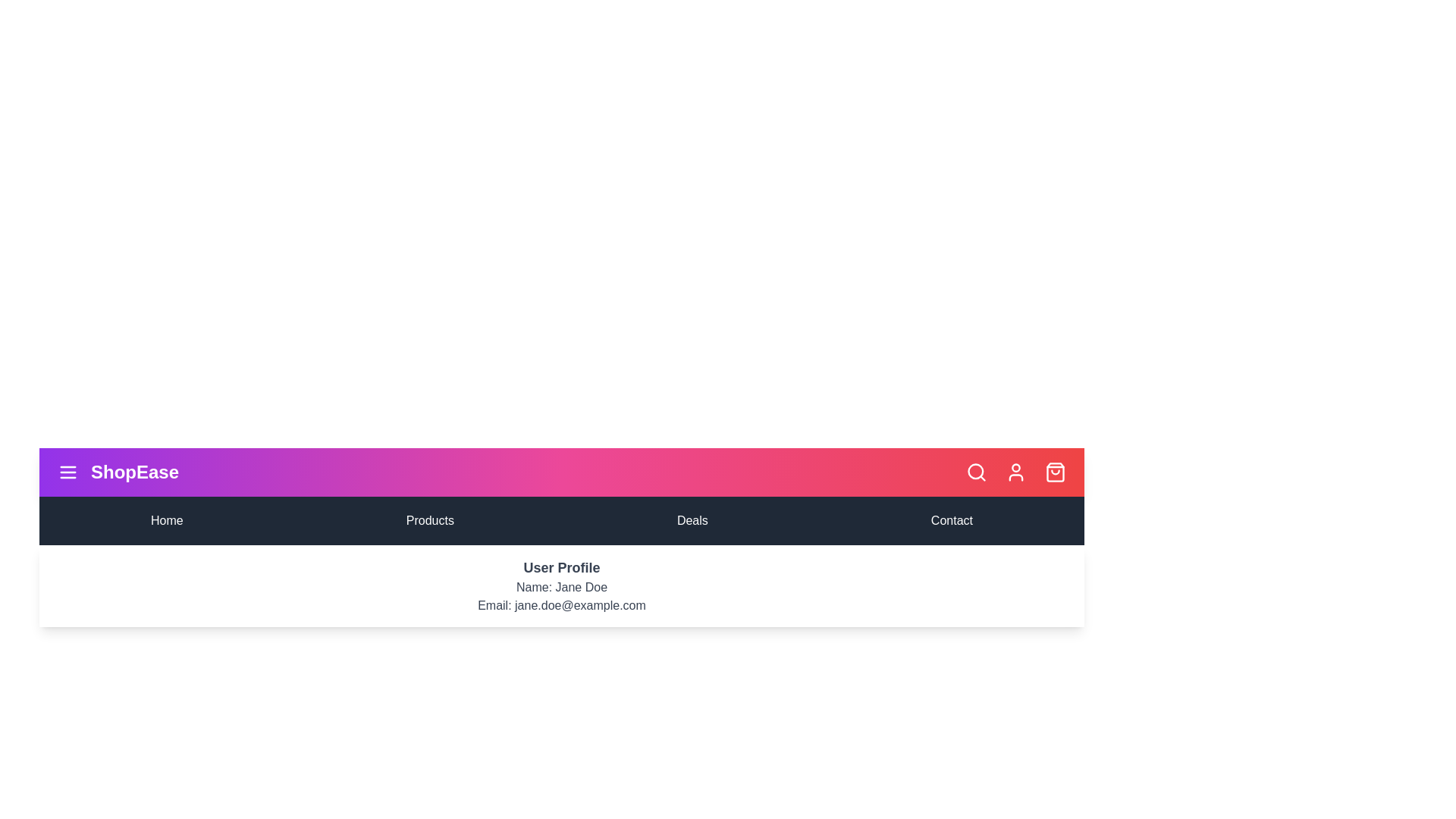 Image resolution: width=1456 pixels, height=819 pixels. I want to click on the shopping cart icon to inspect the shopping cart, so click(1055, 472).